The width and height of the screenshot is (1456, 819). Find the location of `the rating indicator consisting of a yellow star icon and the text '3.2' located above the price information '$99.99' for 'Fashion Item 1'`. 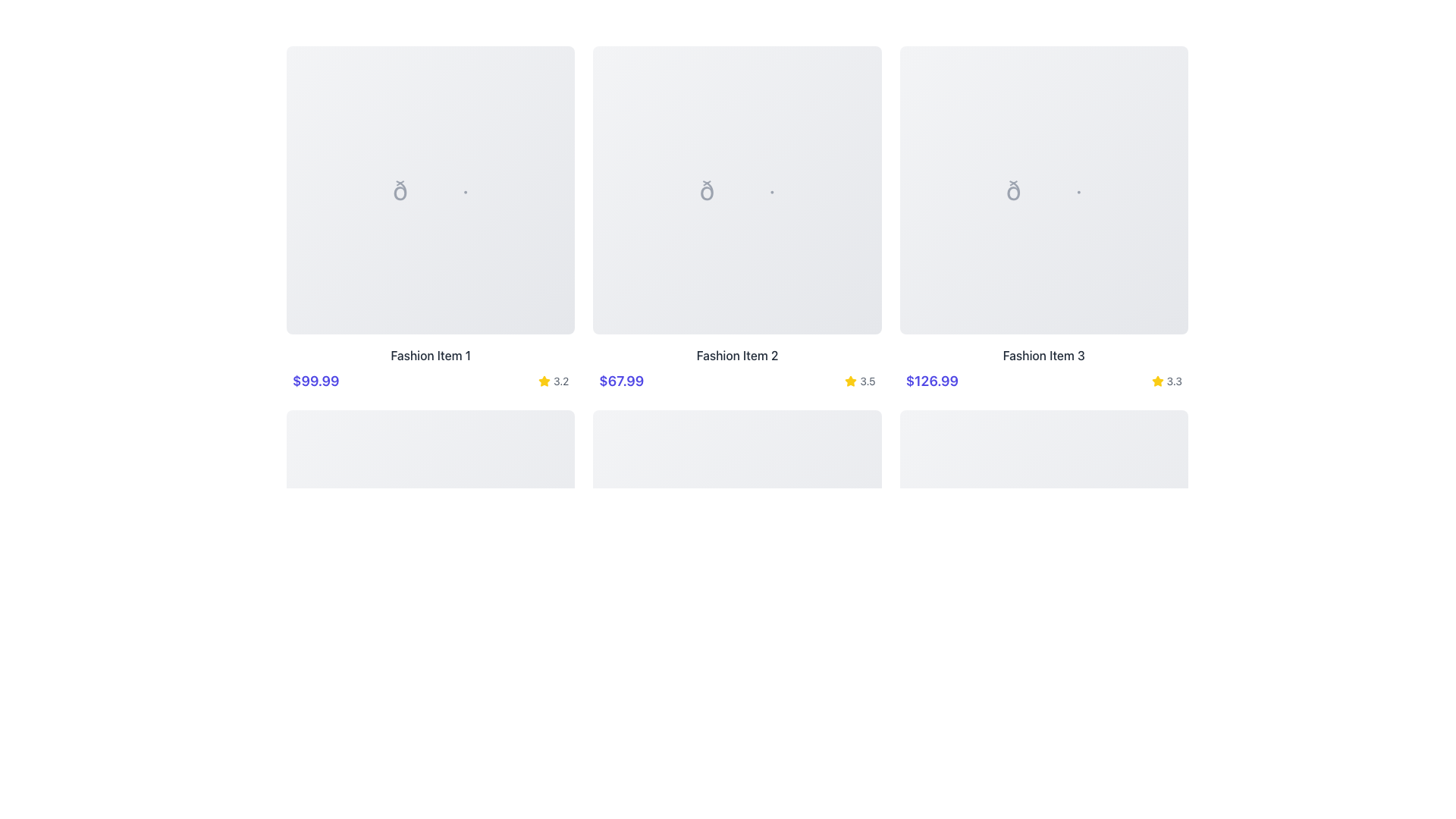

the rating indicator consisting of a yellow star icon and the text '3.2' located above the price information '$99.99' for 'Fashion Item 1' is located at coordinates (553, 381).